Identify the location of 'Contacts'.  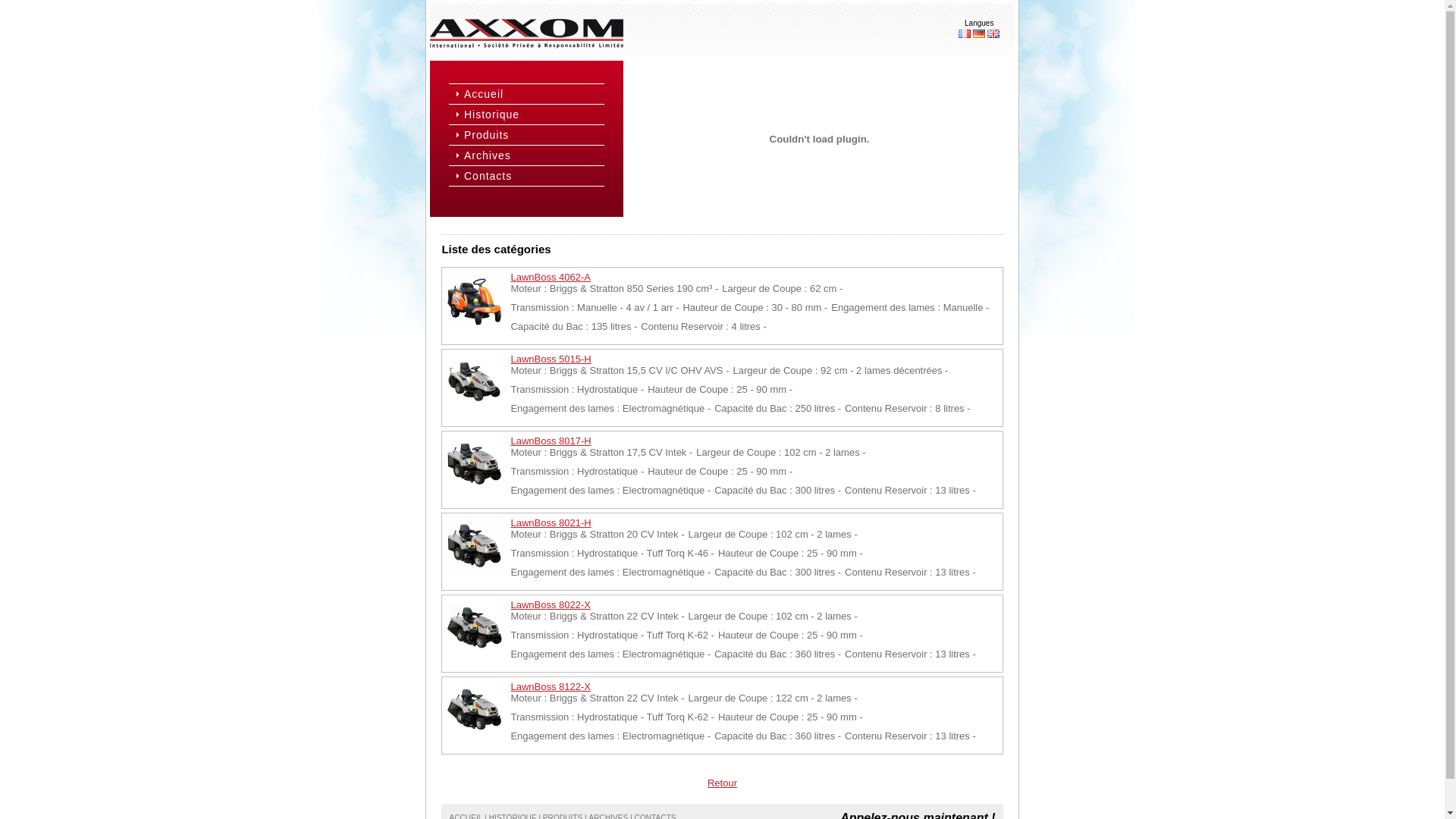
(532, 174).